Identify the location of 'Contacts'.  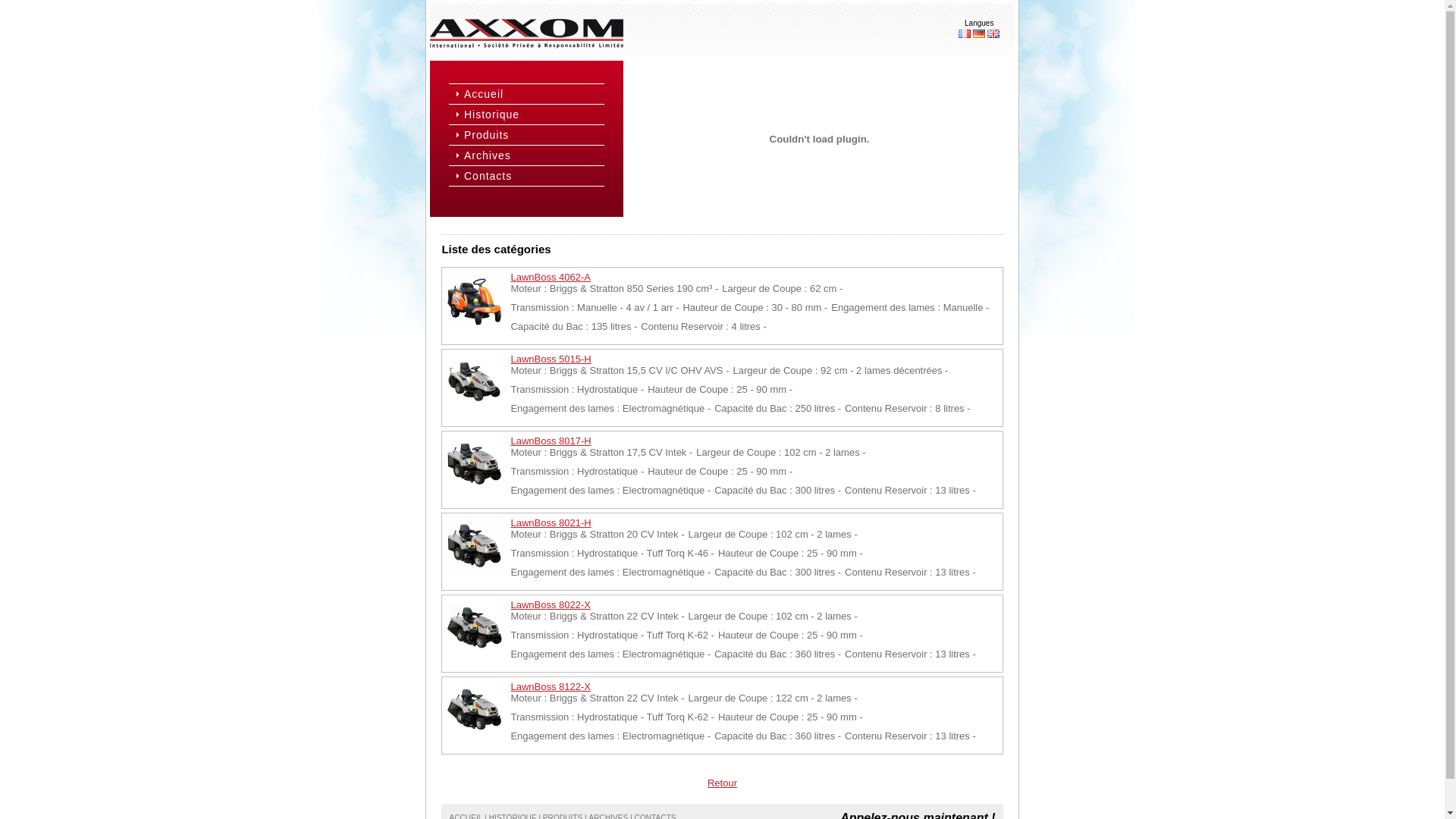
(532, 174).